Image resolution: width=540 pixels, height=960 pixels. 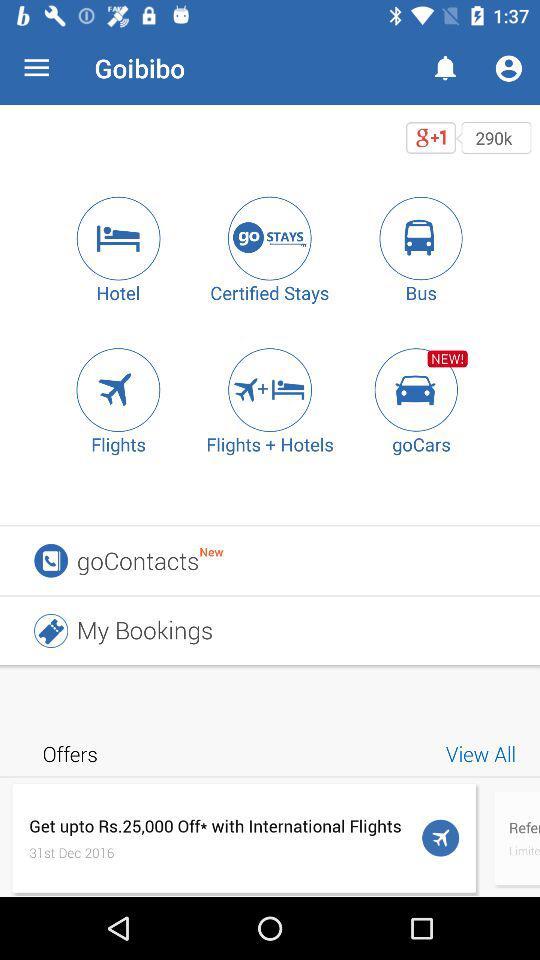 What do you see at coordinates (483, 752) in the screenshot?
I see `view all item` at bounding box center [483, 752].